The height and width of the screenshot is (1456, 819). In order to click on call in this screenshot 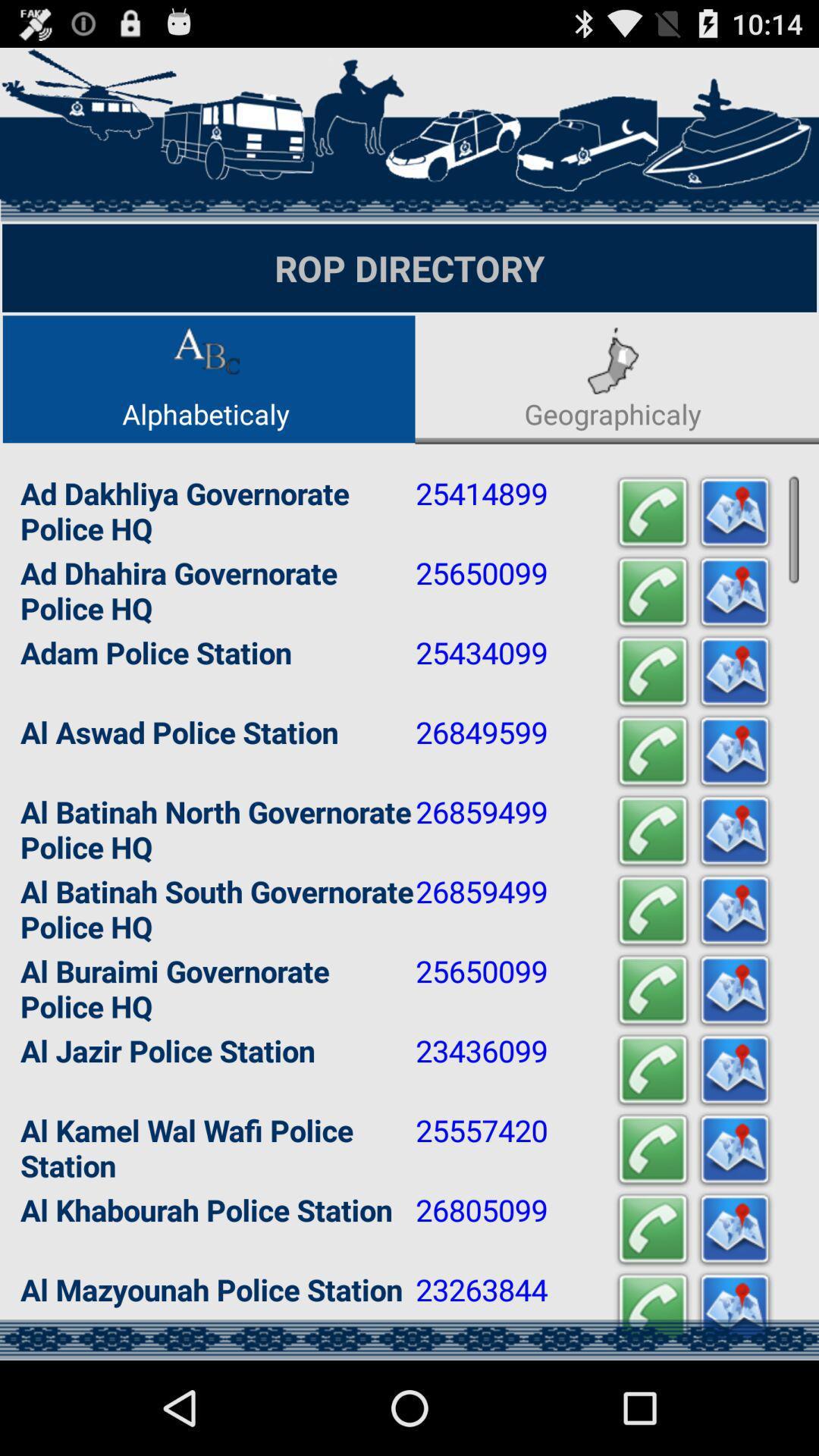, I will do `click(651, 591)`.